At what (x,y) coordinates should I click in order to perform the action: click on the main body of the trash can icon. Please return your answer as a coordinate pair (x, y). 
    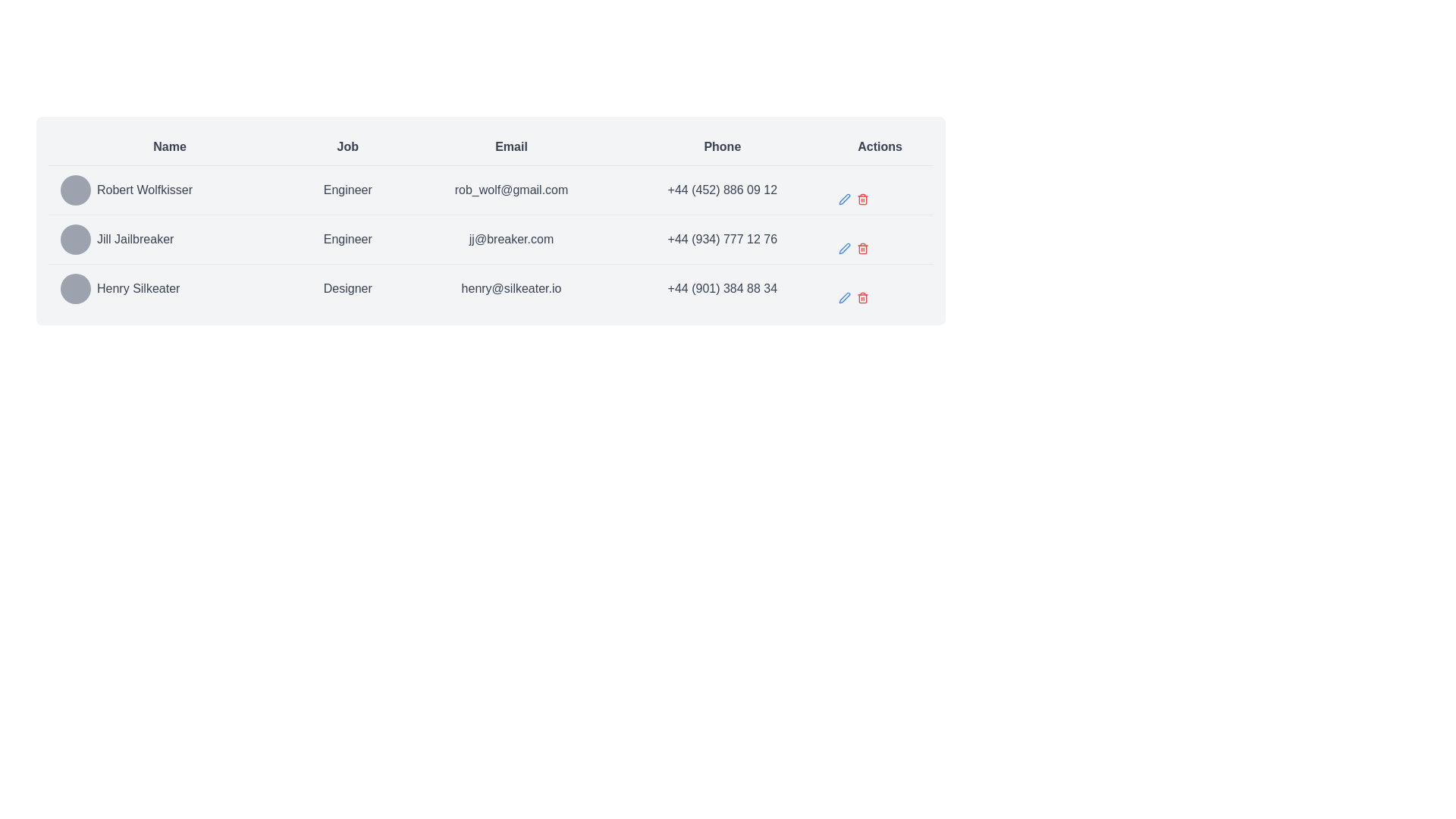
    Looking at the image, I should click on (862, 299).